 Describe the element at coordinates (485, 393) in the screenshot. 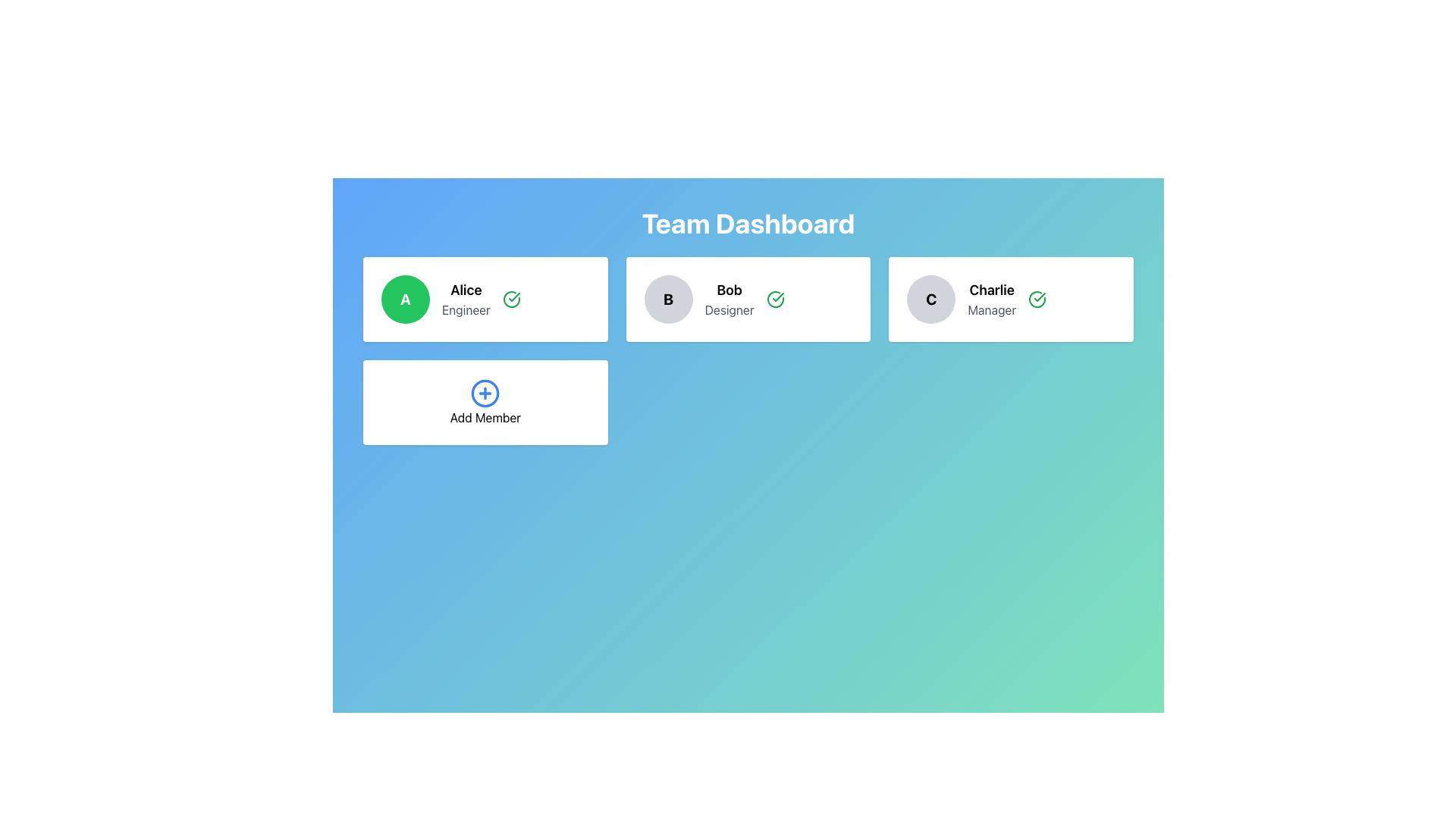

I see `the circular button labeled 'Add Member' to invoke its action for adding a new team member` at that location.